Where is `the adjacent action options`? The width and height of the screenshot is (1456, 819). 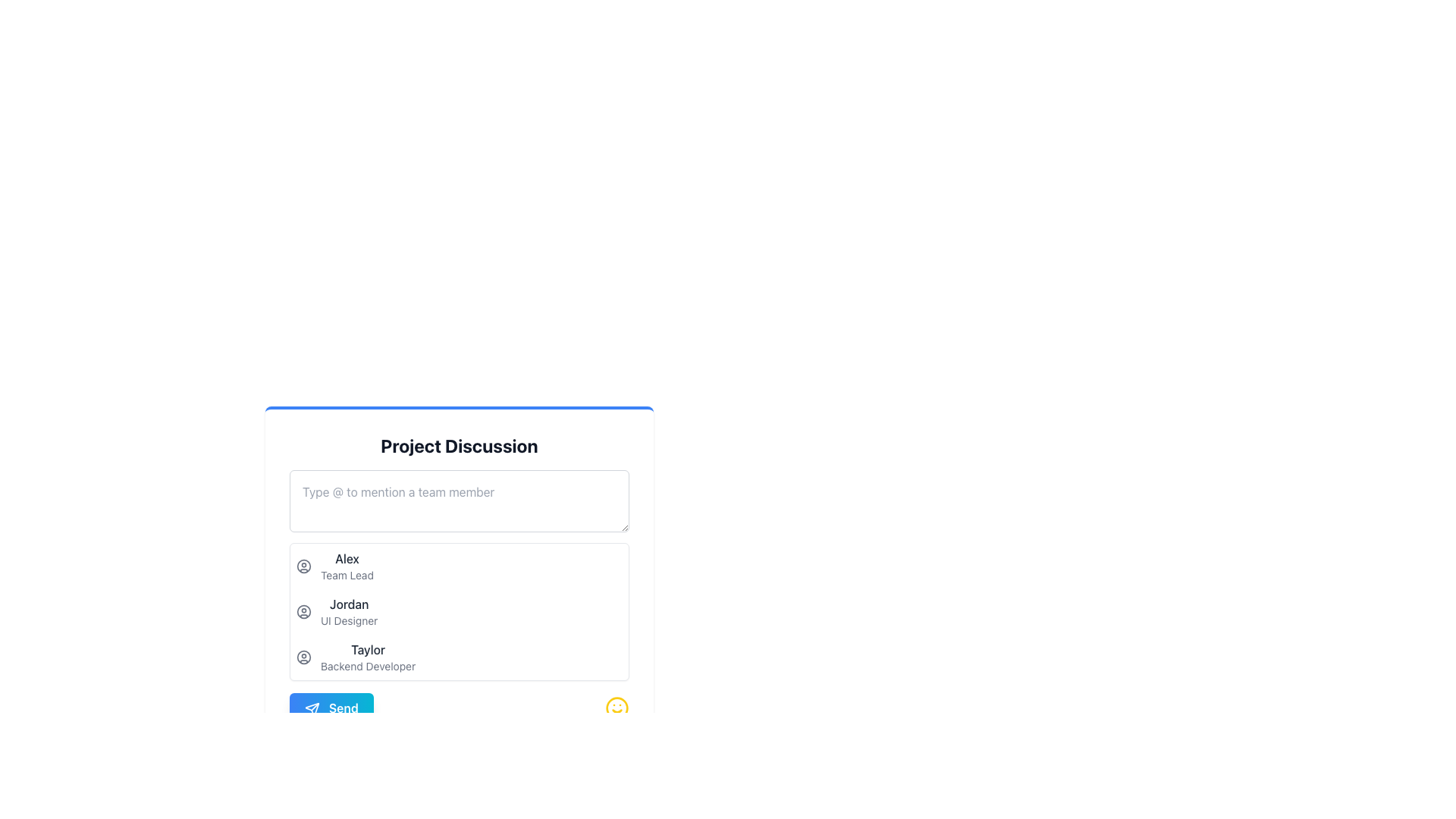
the adjacent action options is located at coordinates (348, 610).